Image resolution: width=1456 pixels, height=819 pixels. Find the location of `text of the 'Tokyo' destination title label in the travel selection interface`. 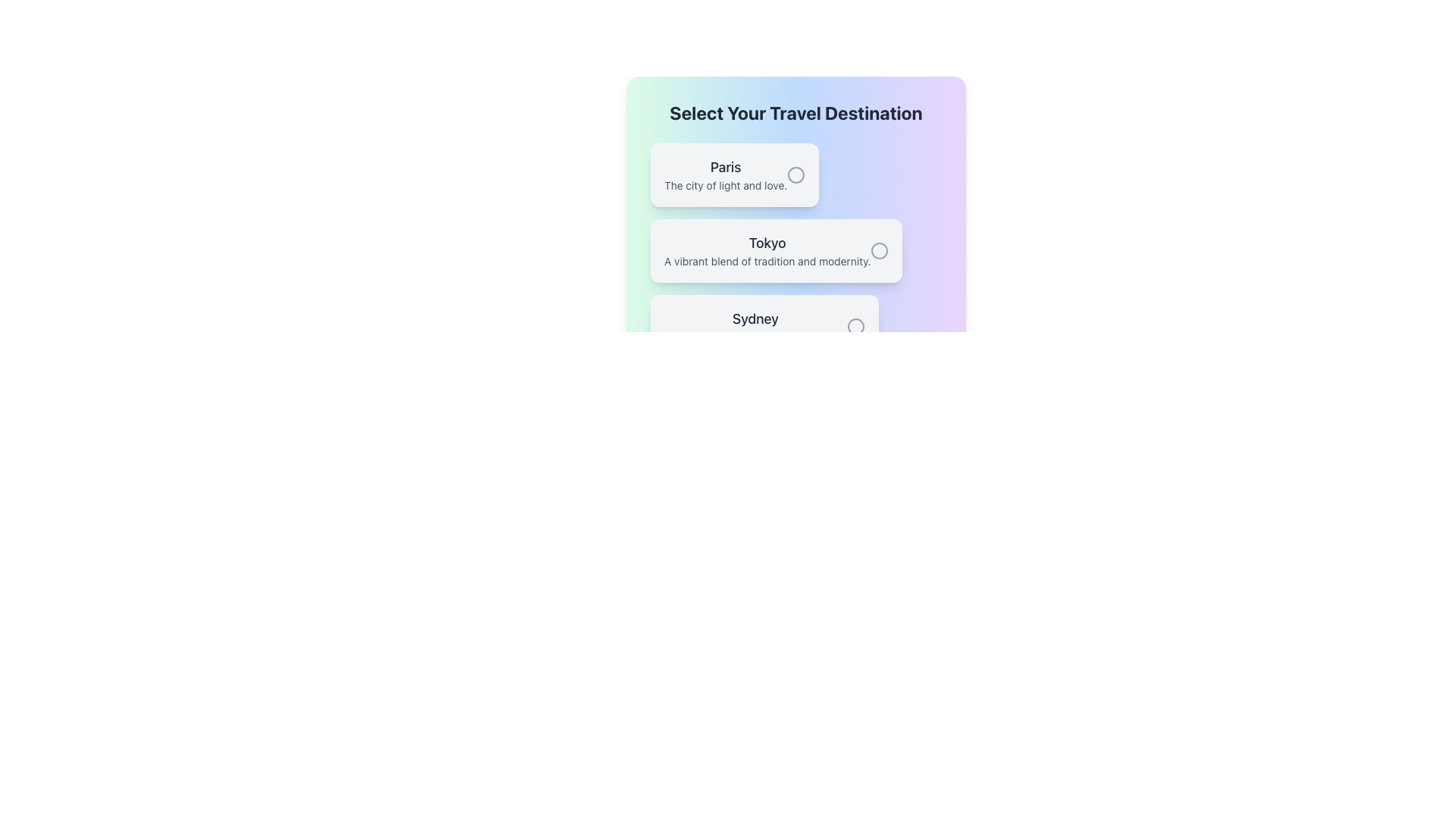

text of the 'Tokyo' destination title label in the travel selection interface is located at coordinates (767, 242).